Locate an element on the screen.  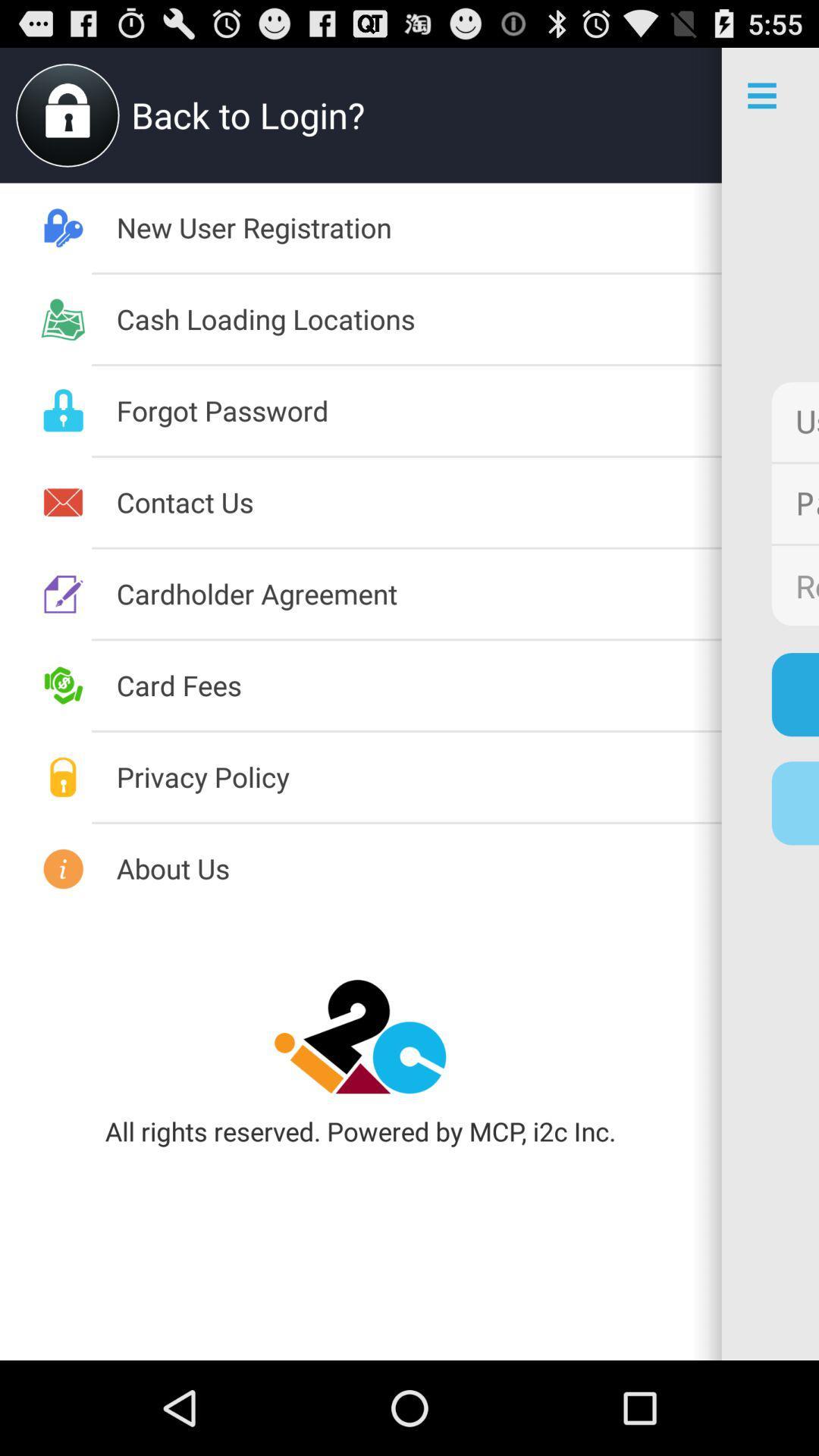
all rights reserved app is located at coordinates (360, 1131).